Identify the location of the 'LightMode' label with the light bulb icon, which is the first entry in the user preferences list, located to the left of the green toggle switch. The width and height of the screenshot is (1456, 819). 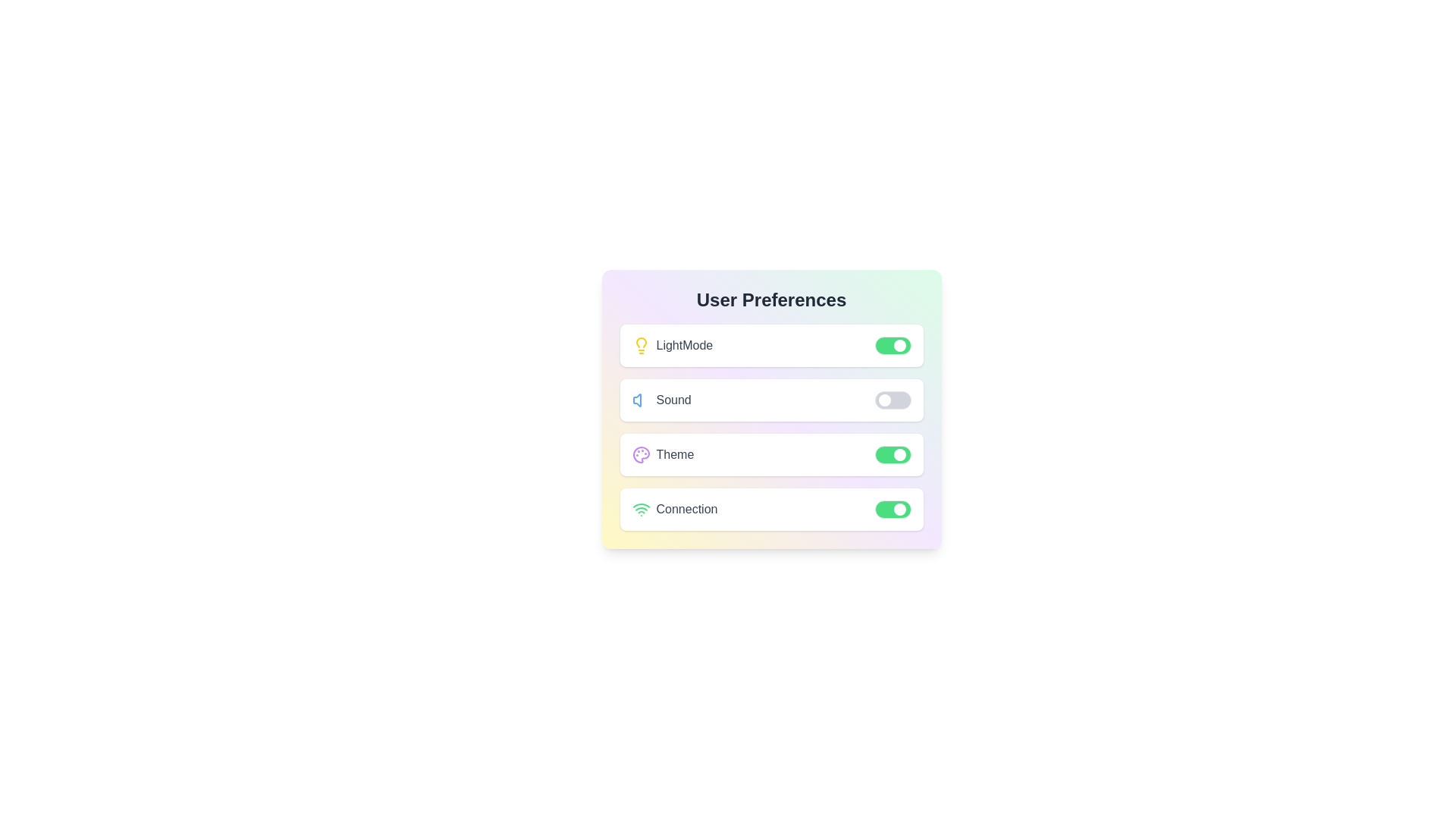
(671, 345).